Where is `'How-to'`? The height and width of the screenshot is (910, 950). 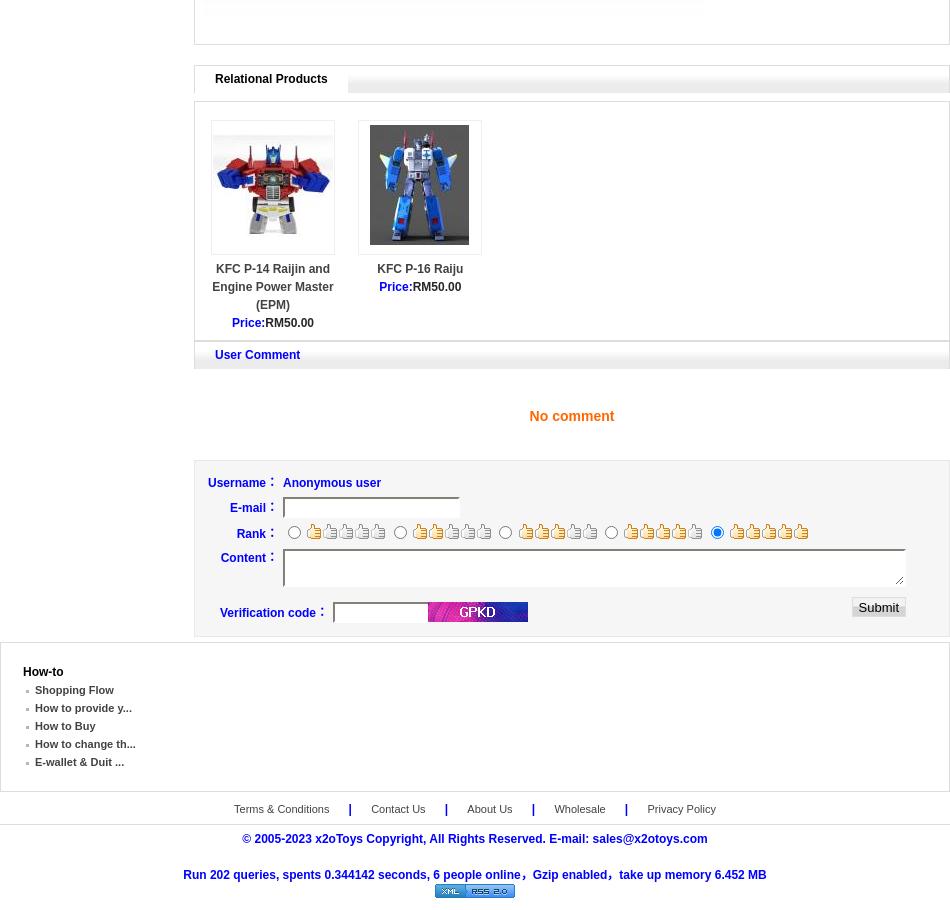
'How-to' is located at coordinates (43, 671).